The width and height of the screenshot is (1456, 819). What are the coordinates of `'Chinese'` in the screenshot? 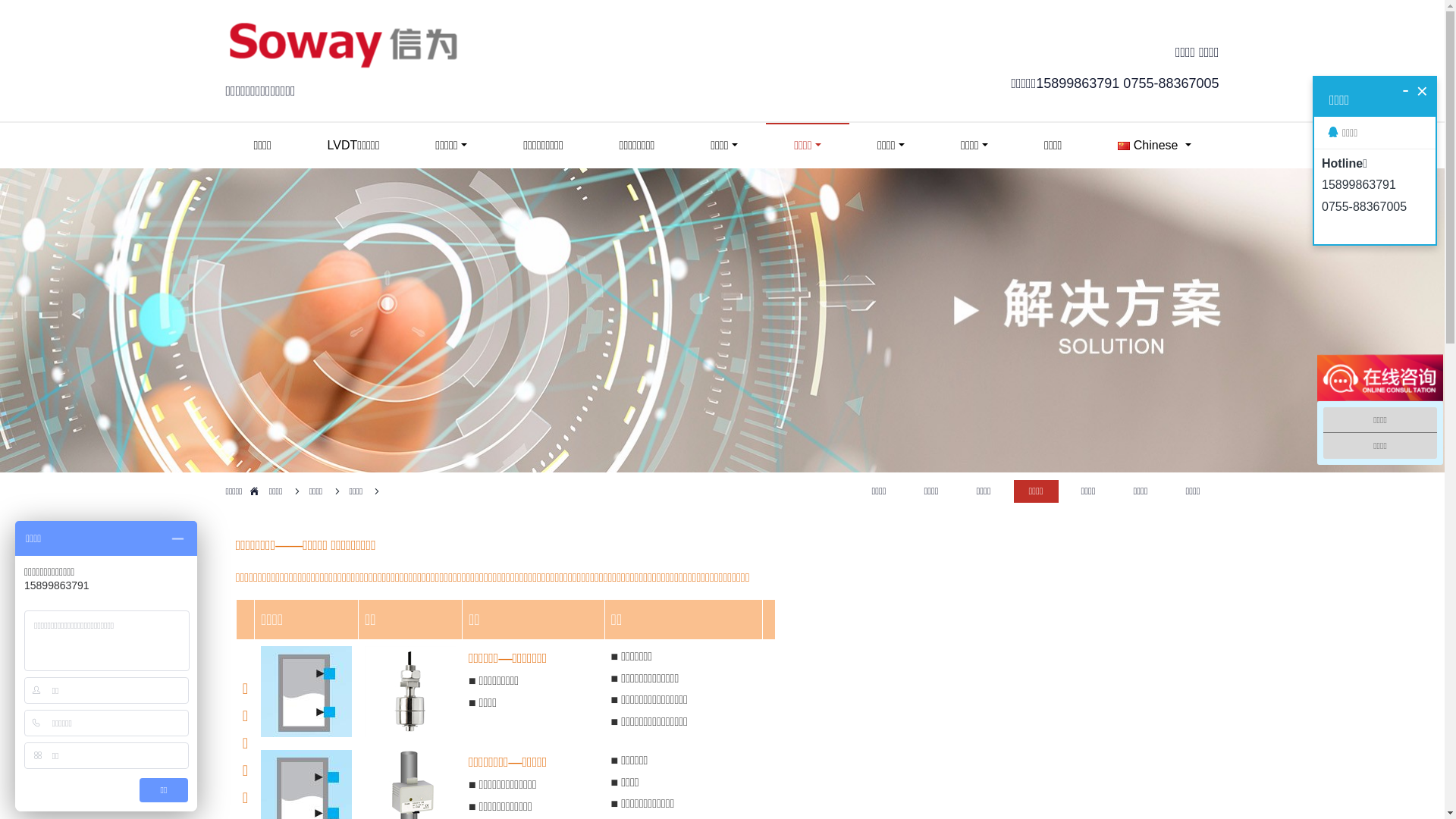 It's located at (1153, 146).